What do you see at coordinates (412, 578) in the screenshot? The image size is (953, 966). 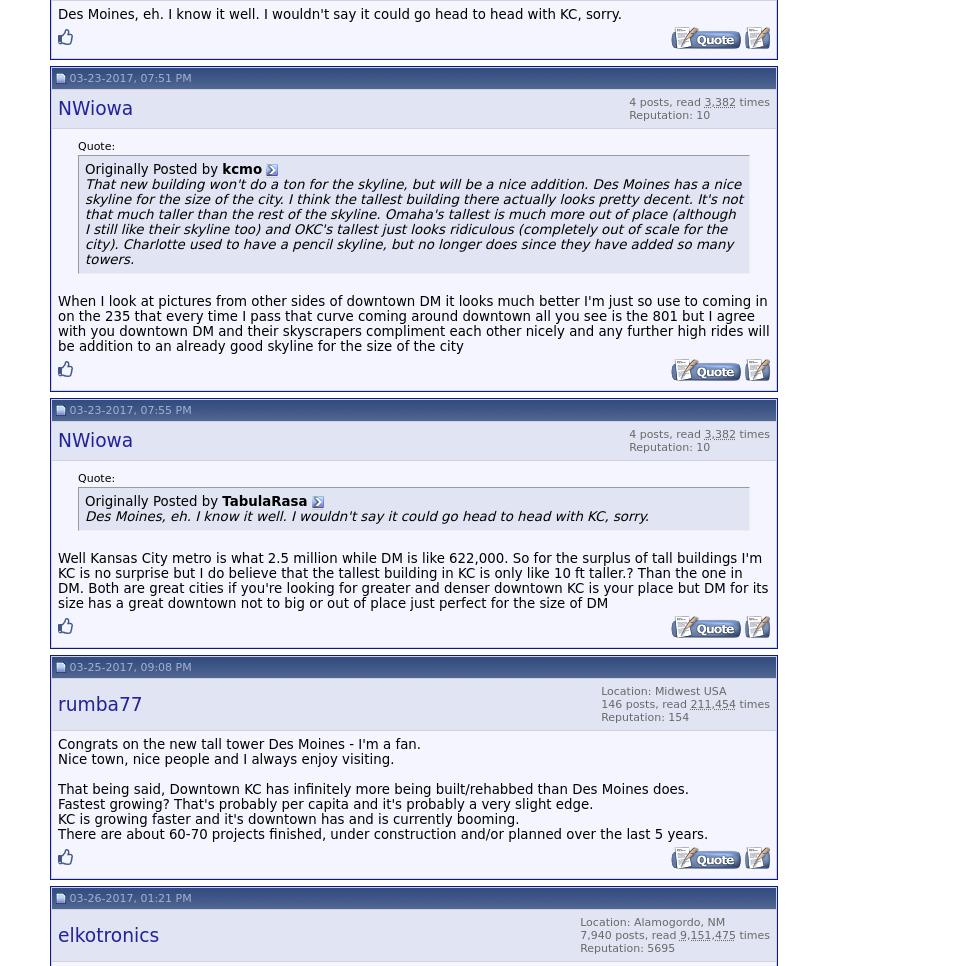 I see `'Well Kansas City metro is what 2.5 million while DM is like 622,000. So for the surplus of tall buildings I'm KC is no surprise but I do believe that the tallest building in KC is only like 10 ft taller.? Than the one in DM. Both are great cities if you're looking for greater and denser downtown KC is your place but DM for its size has a great downtown not to big or out of place just perfect for the size of DM'` at bounding box center [412, 578].